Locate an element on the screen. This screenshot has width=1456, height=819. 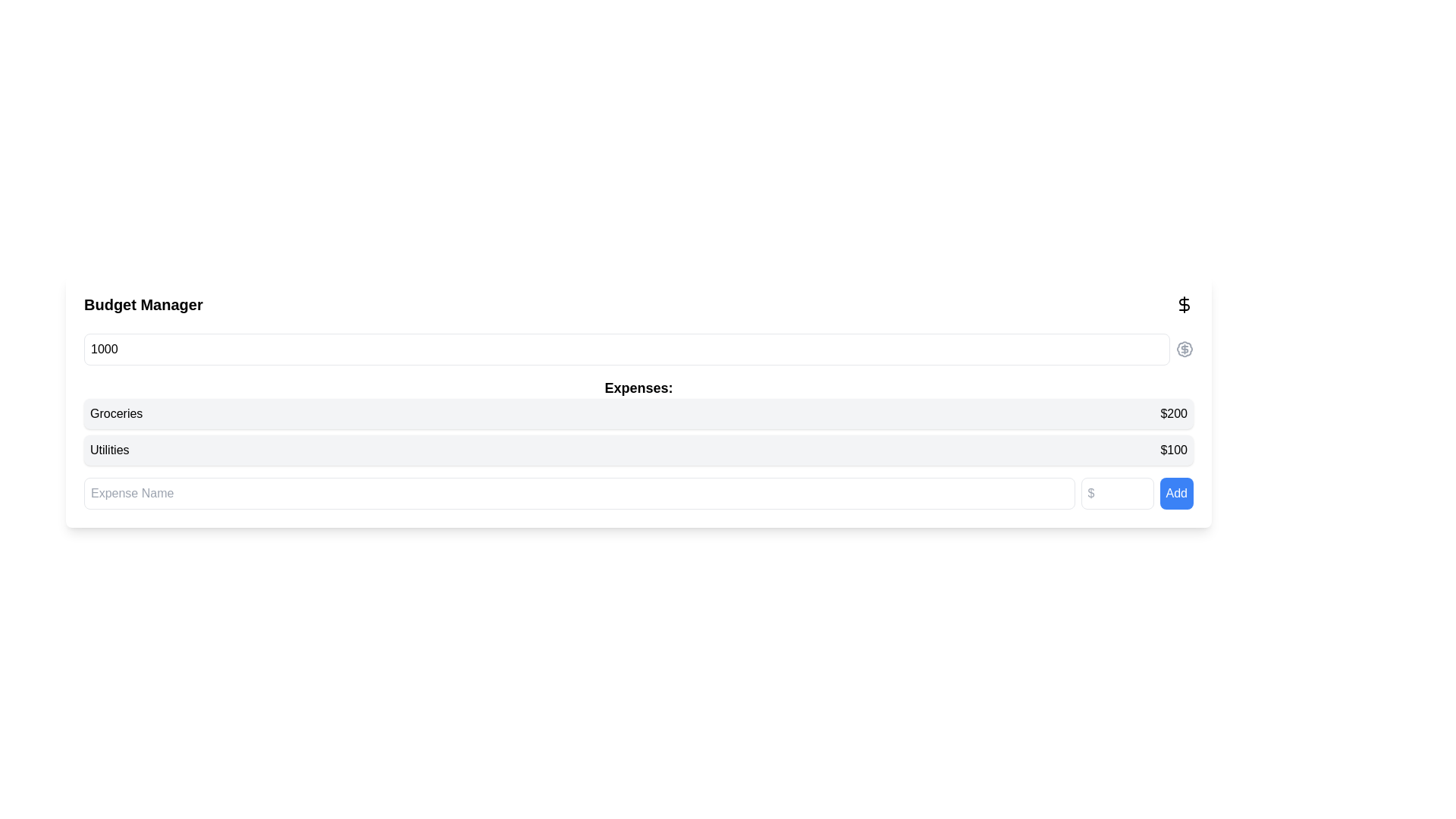
the informational or decorative badge icon located at the far right of the horizontal input field labeled 'Expenses' is located at coordinates (1184, 350).